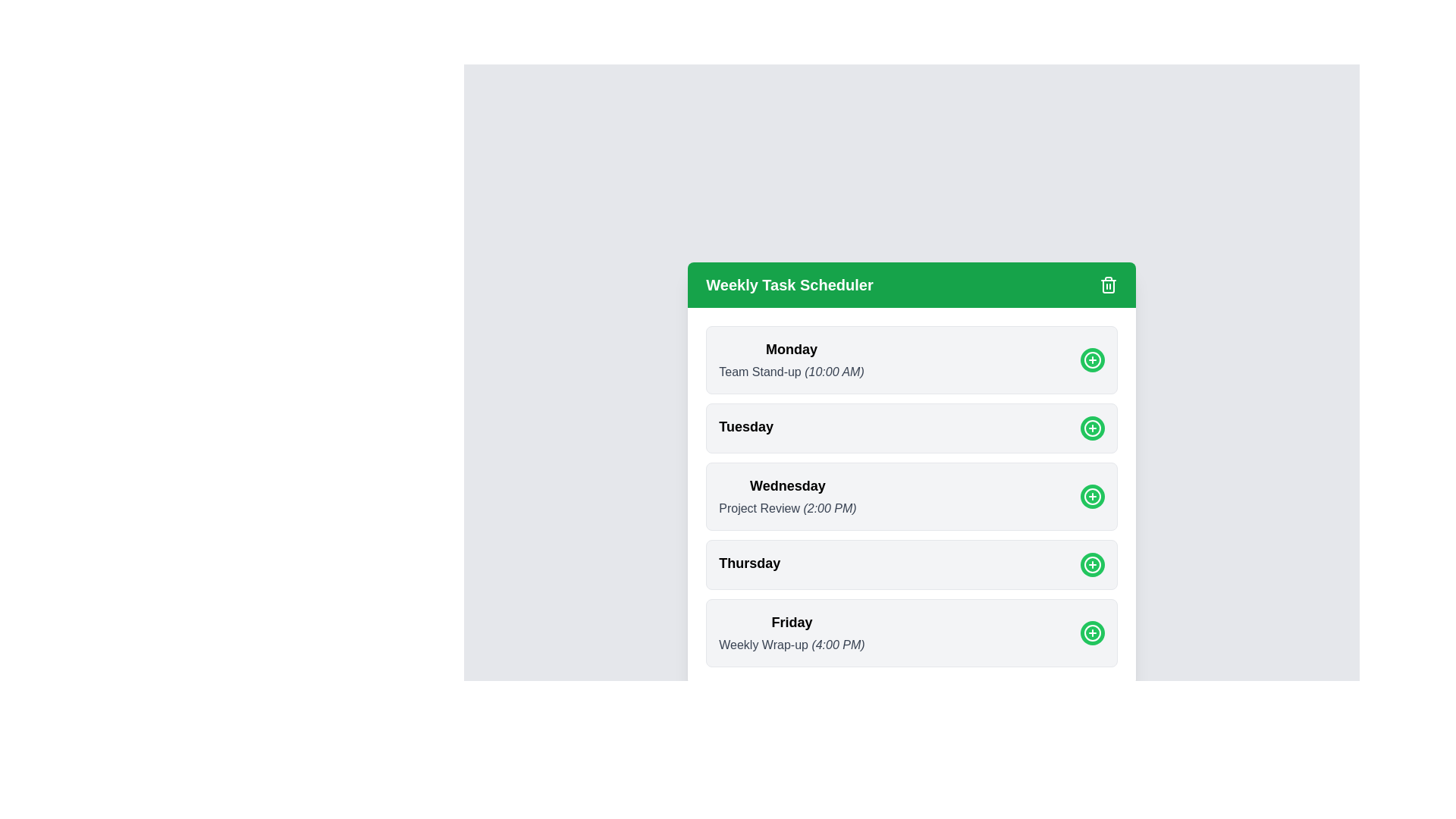 This screenshot has height=819, width=1456. What do you see at coordinates (911, 632) in the screenshot?
I see `the section corresponding to Friday to observe the shadow effect` at bounding box center [911, 632].